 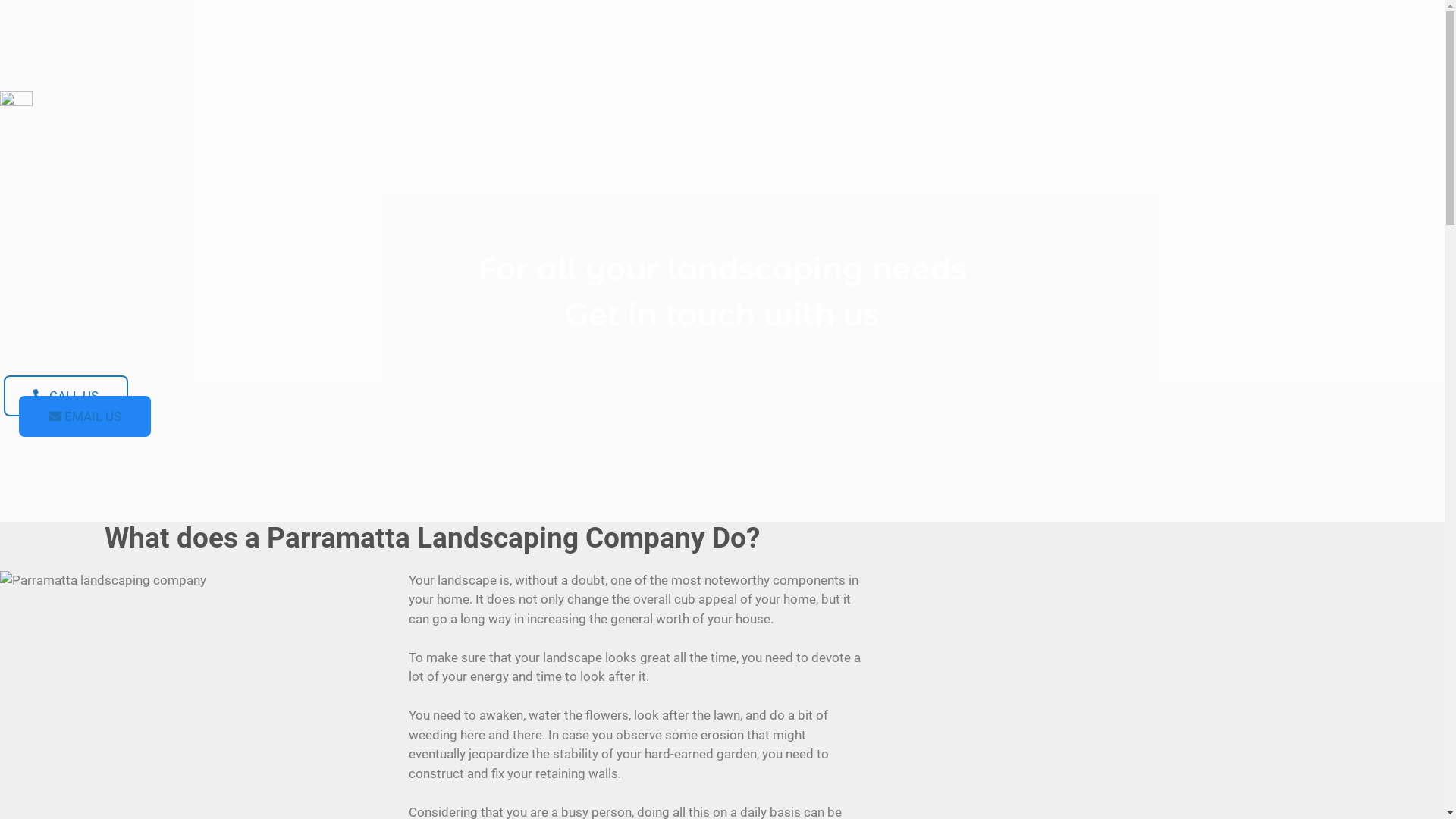 What do you see at coordinates (83, 416) in the screenshot?
I see `'EMAIL US'` at bounding box center [83, 416].